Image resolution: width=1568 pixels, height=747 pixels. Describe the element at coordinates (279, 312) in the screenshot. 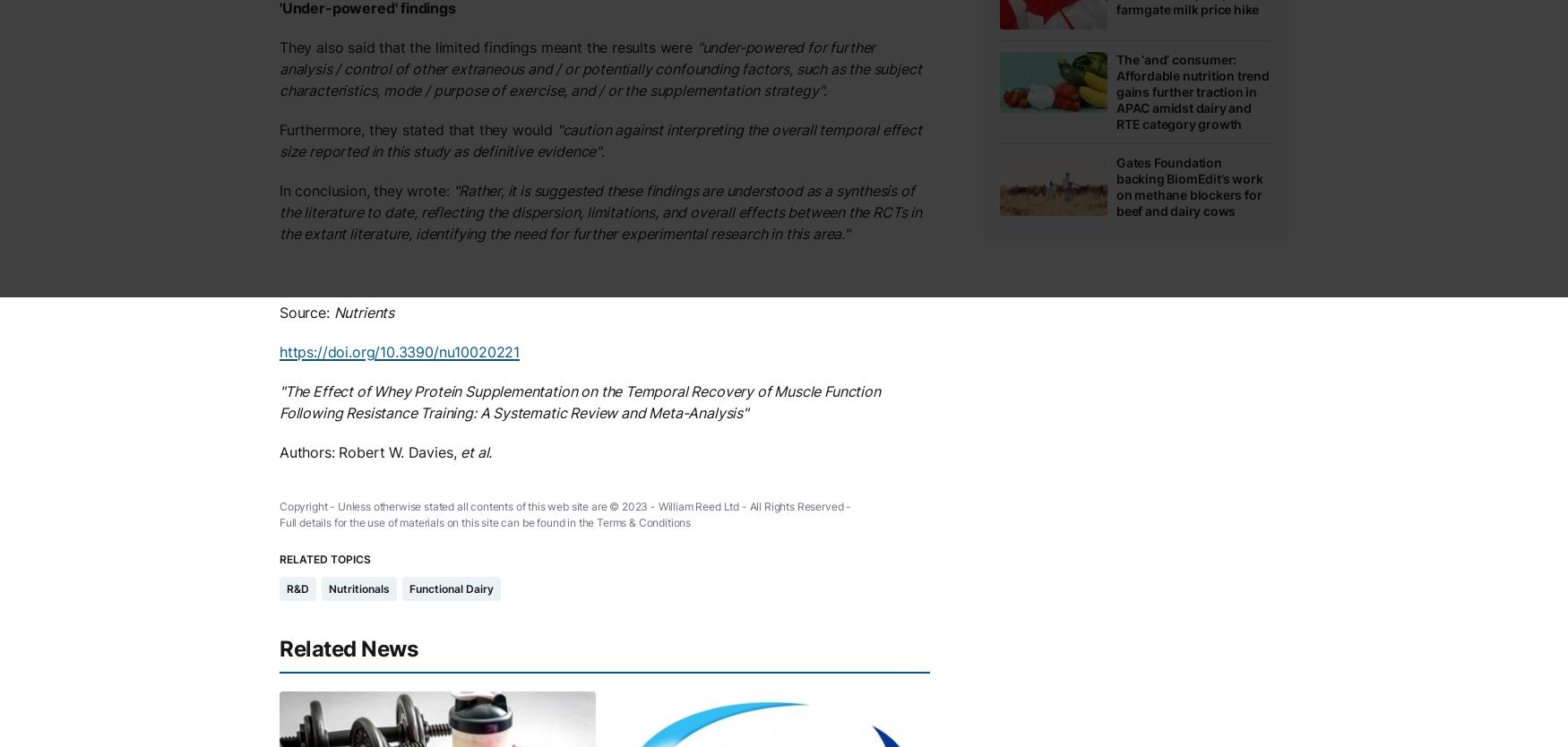

I see `'Source:'` at that location.